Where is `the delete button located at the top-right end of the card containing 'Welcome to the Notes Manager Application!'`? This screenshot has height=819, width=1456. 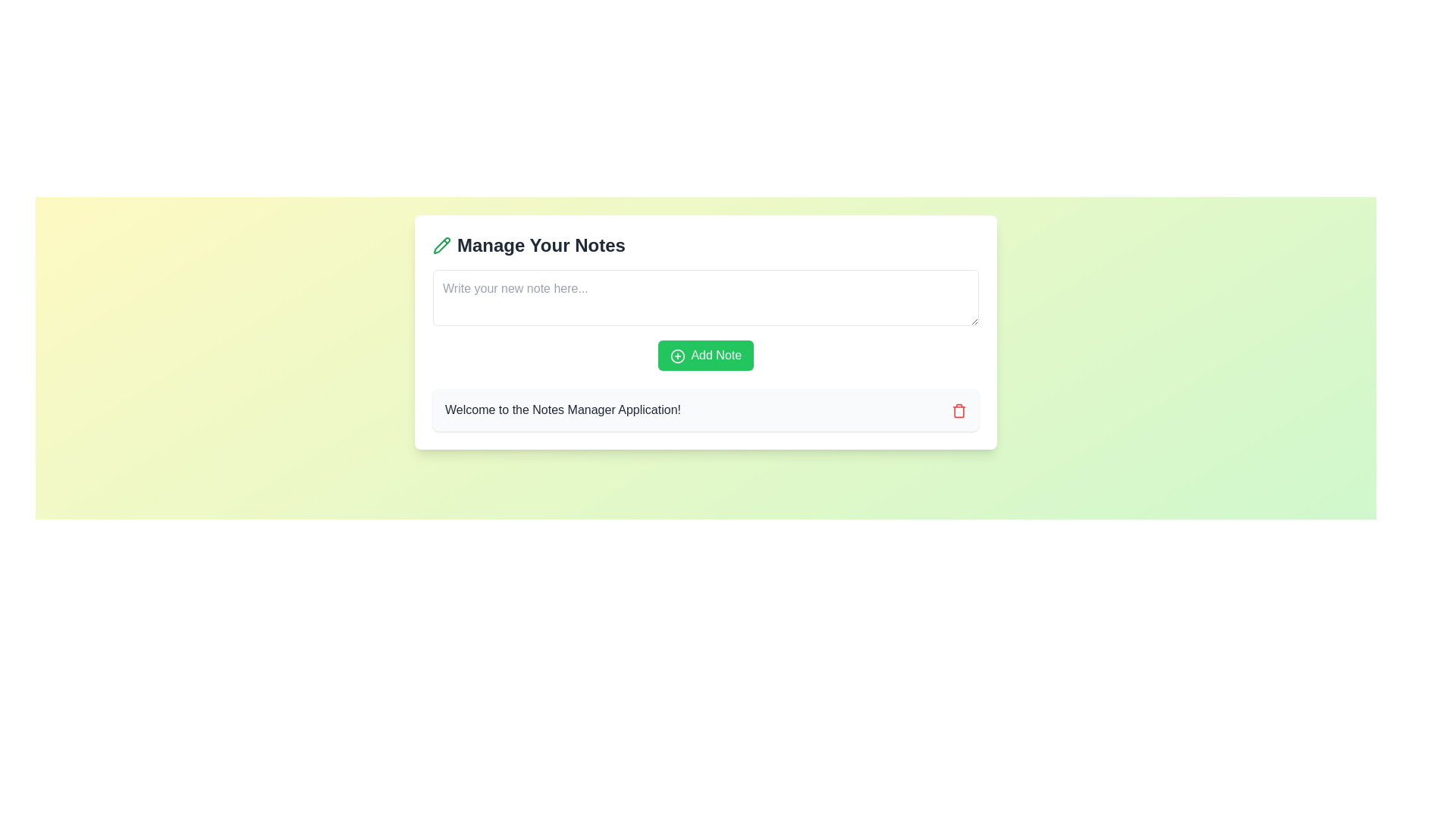
the delete button located at the top-right end of the card containing 'Welcome to the Notes Manager Application!' is located at coordinates (959, 409).